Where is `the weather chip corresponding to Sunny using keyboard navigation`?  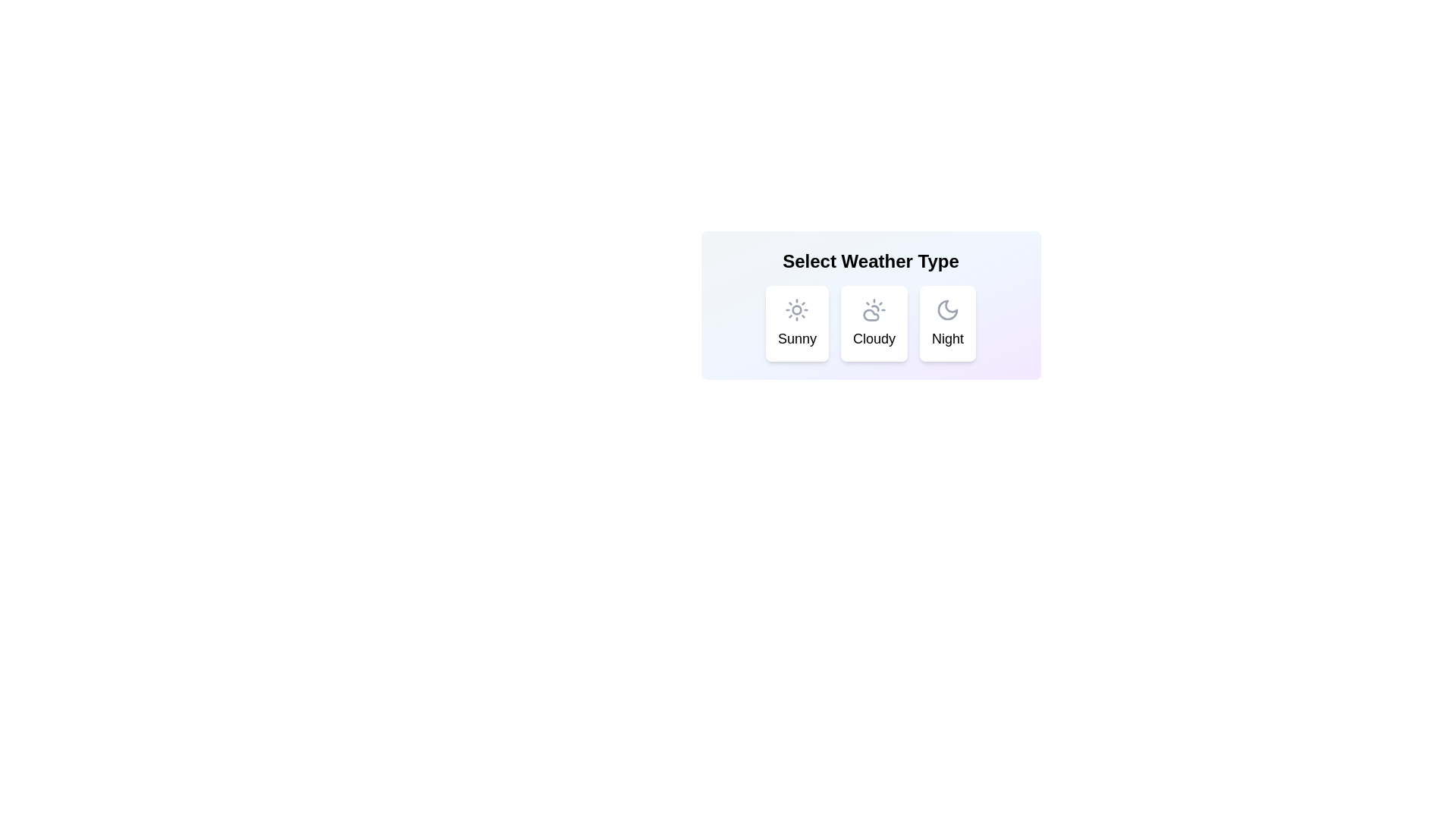 the weather chip corresponding to Sunny using keyboard navigation is located at coordinates (796, 323).